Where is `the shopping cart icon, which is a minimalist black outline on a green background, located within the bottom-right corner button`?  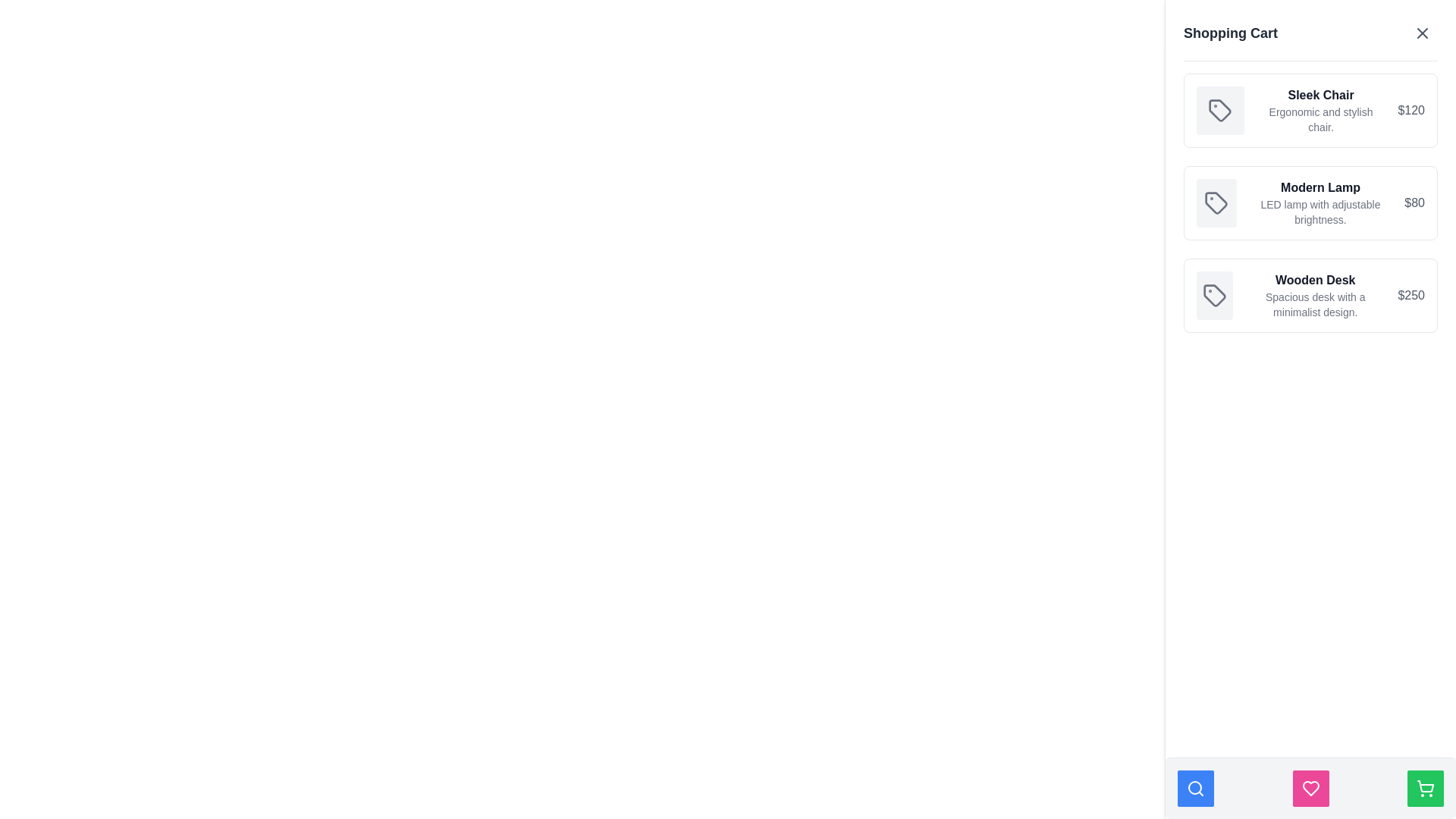 the shopping cart icon, which is a minimalist black outline on a green background, located within the bottom-right corner button is located at coordinates (1425, 788).